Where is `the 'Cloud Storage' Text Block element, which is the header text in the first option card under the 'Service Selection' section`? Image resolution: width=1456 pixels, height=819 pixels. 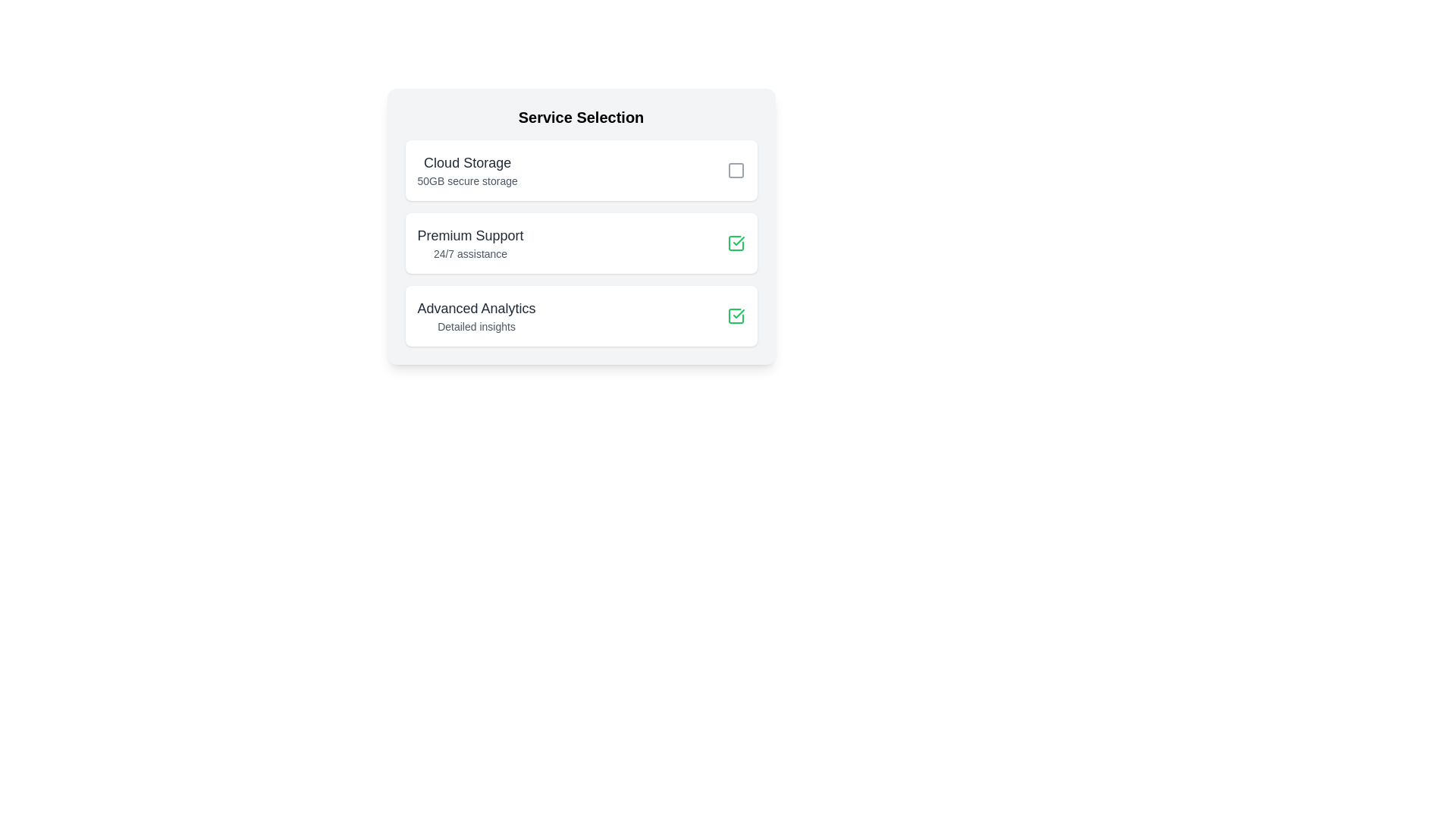
the 'Cloud Storage' Text Block element, which is the header text in the first option card under the 'Service Selection' section is located at coordinates (466, 170).